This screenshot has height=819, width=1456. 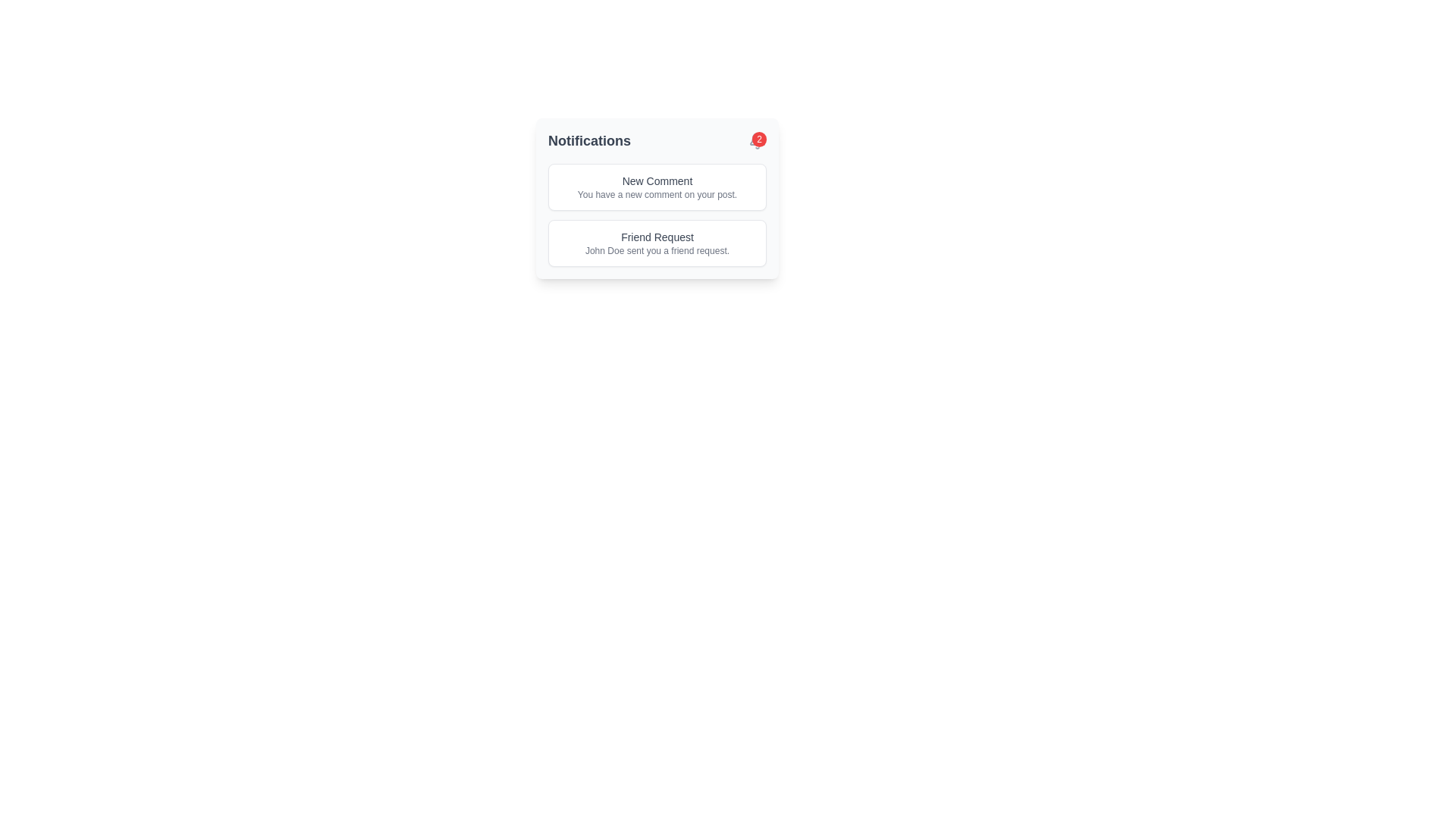 I want to click on the static text that reads 'John Doe sent you a friend request.' located below the 'Friend Request' heading in the Notifications section, so click(x=657, y=250).